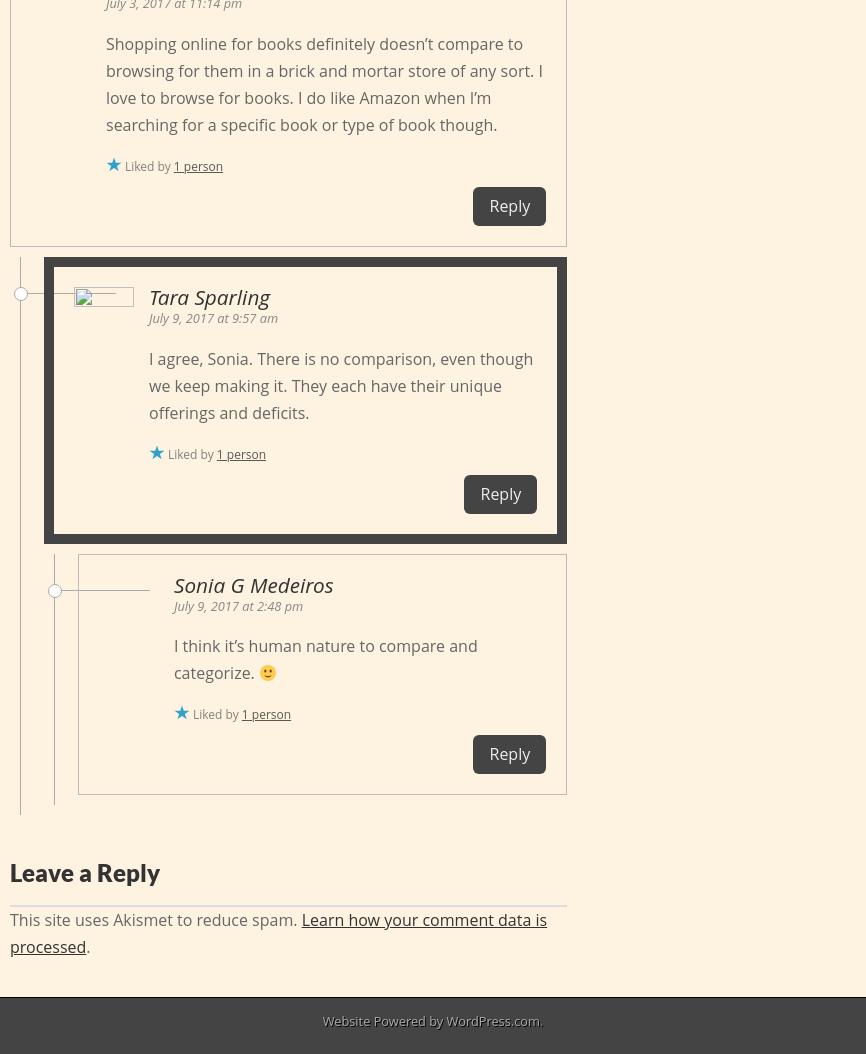 The image size is (866, 1054). Describe the element at coordinates (208, 296) in the screenshot. I see `'Tara Sparling'` at that location.